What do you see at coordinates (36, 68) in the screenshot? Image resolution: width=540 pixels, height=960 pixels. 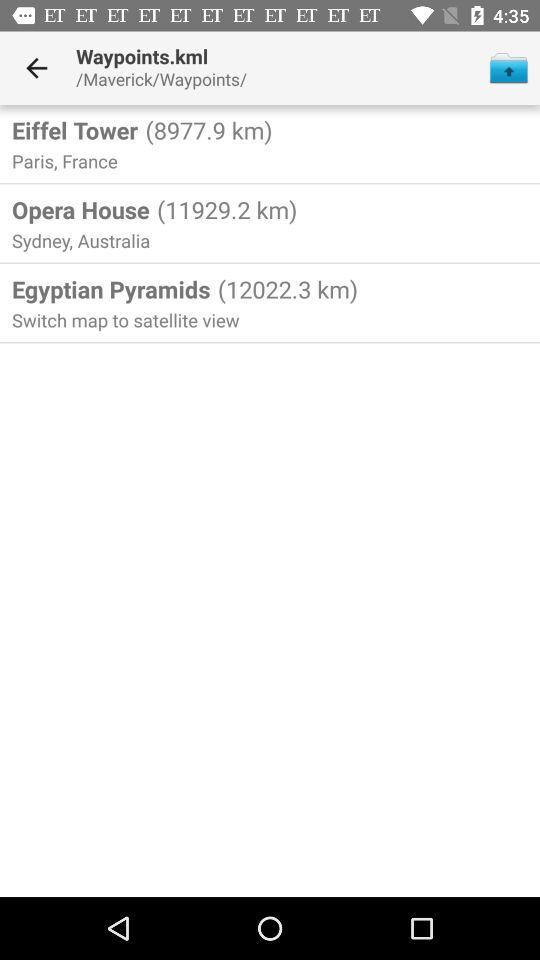 I see `the icon to the left of the waypoints.kml` at bounding box center [36, 68].